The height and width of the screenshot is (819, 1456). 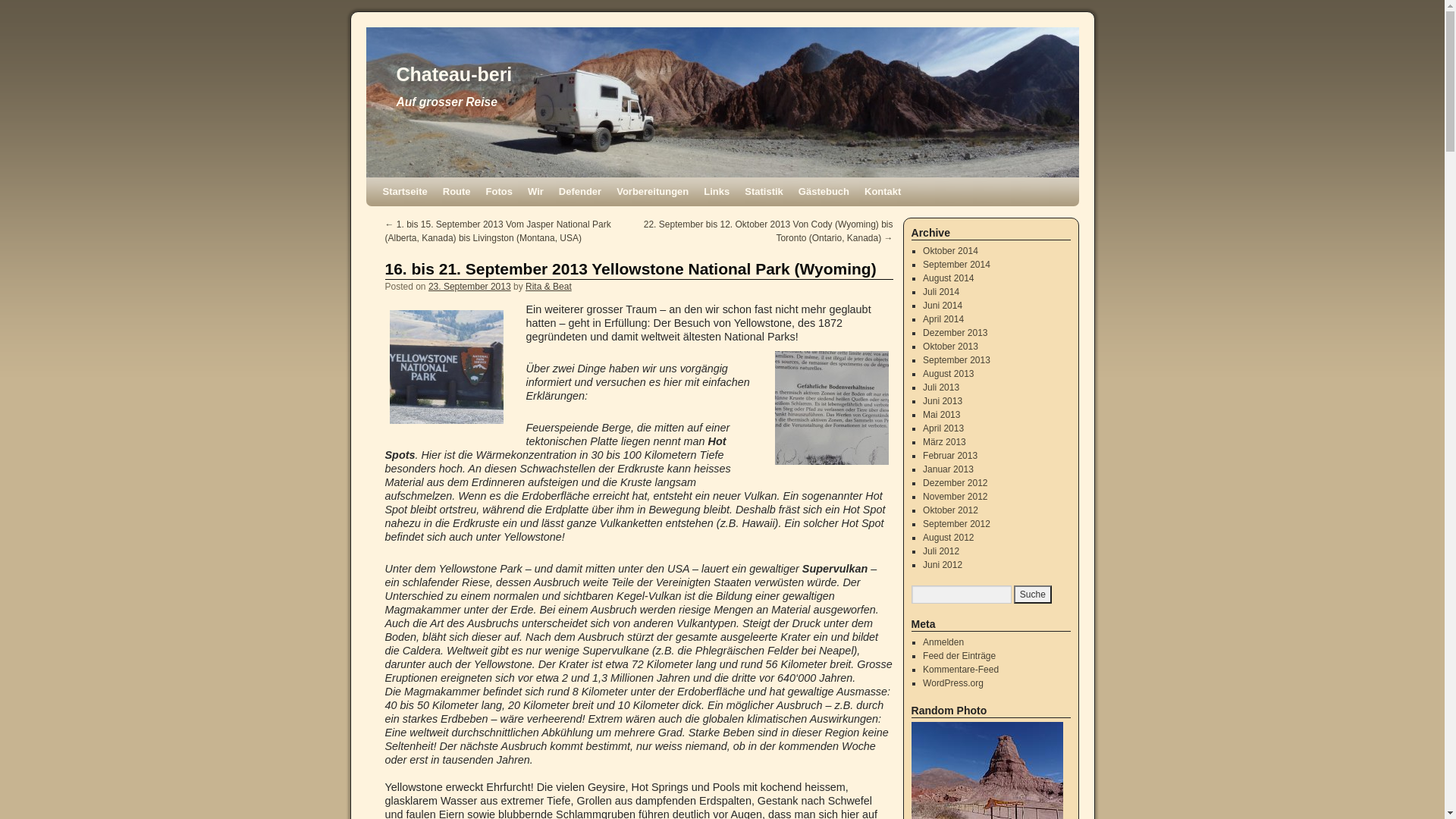 What do you see at coordinates (922, 332) in the screenshot?
I see `'Dezember 2013'` at bounding box center [922, 332].